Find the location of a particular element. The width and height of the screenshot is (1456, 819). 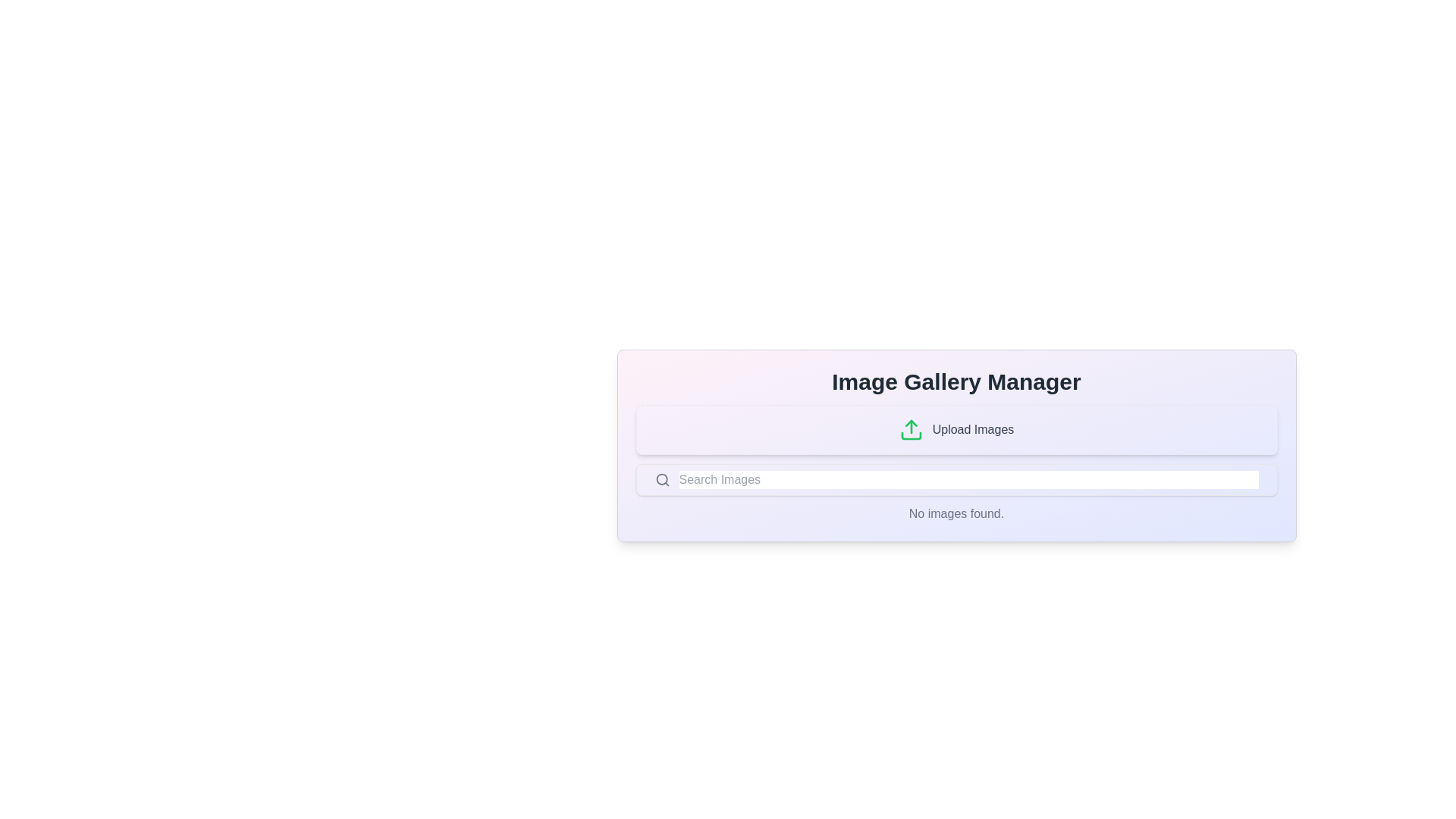

the bold header 'Image Gallery Manager' which is centrally aligned and styled with a gray shade, serving as the primary heading of the image gallery section is located at coordinates (955, 381).